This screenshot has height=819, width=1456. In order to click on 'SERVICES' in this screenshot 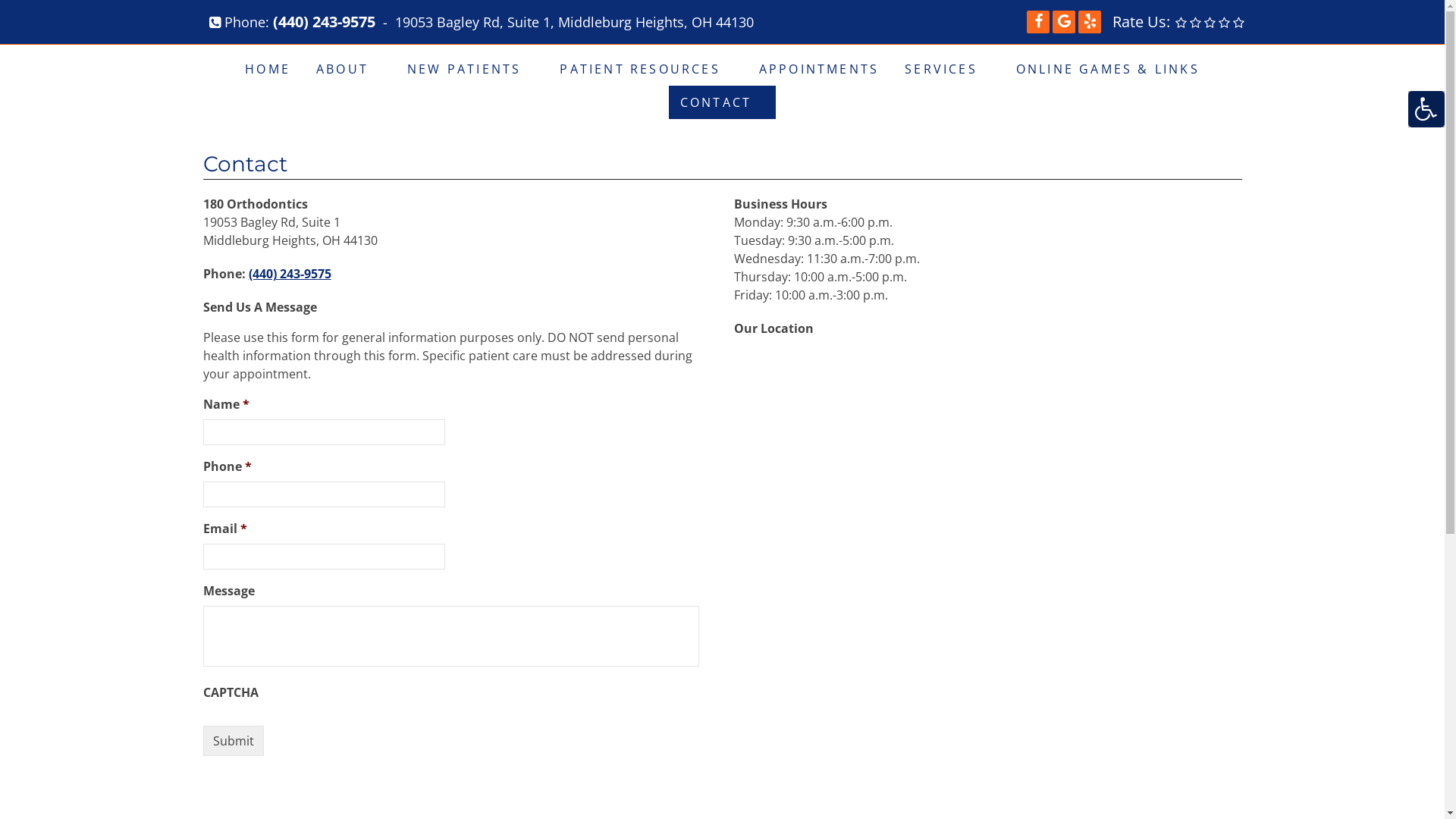, I will do `click(893, 69)`.